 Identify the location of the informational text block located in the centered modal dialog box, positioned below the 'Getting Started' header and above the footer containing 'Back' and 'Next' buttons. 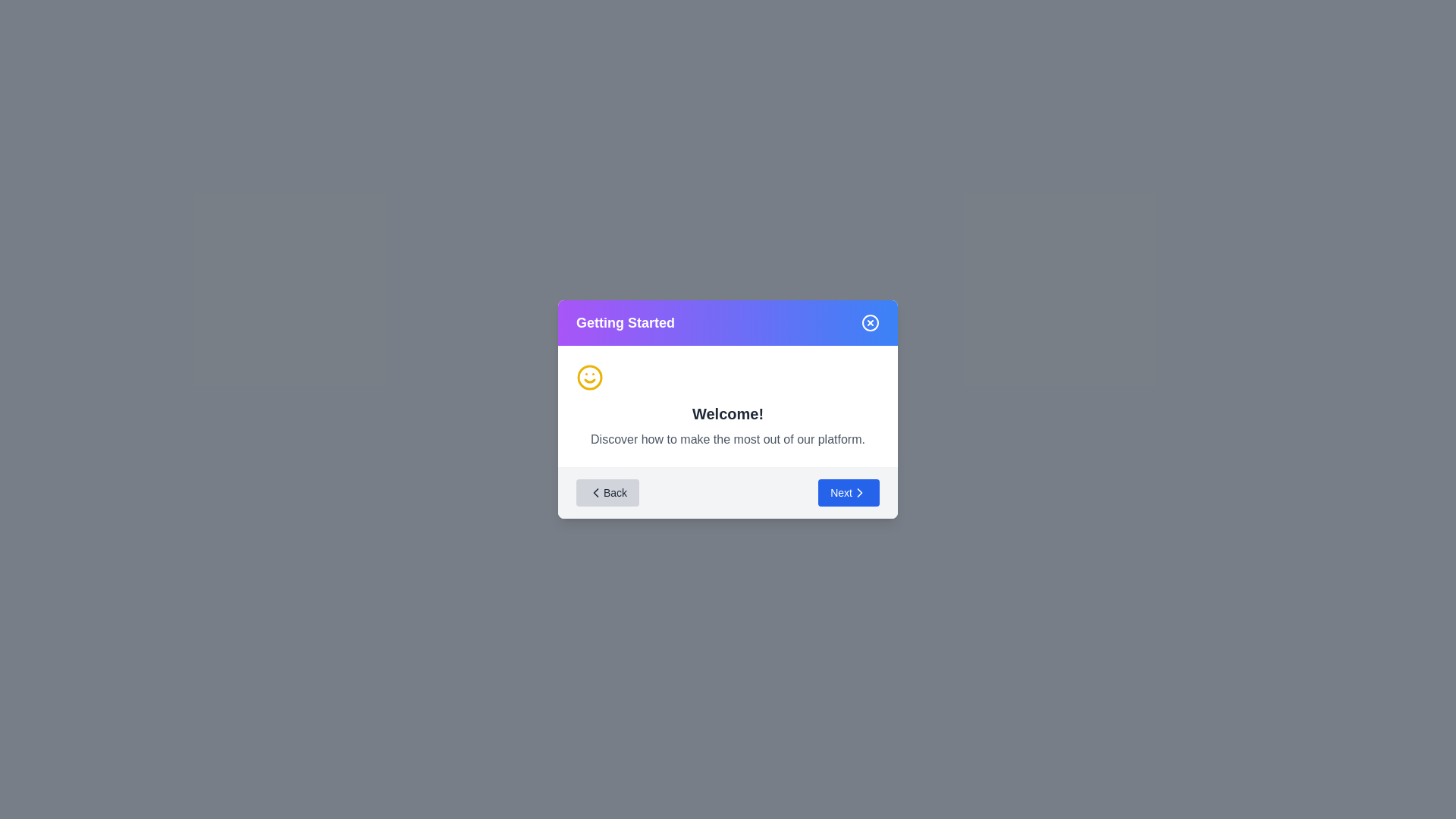
(728, 406).